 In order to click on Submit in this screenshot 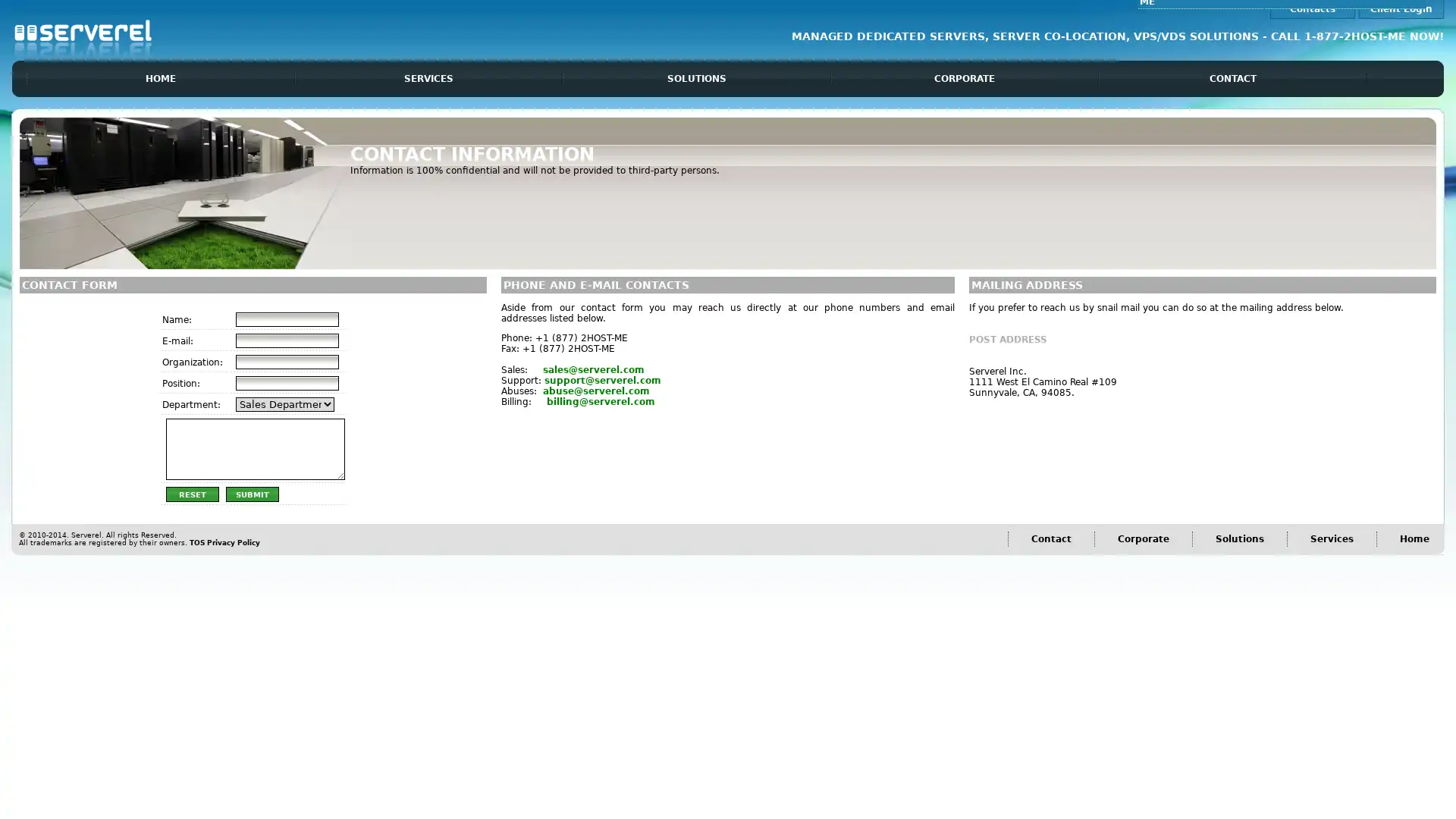, I will do `click(251, 494)`.